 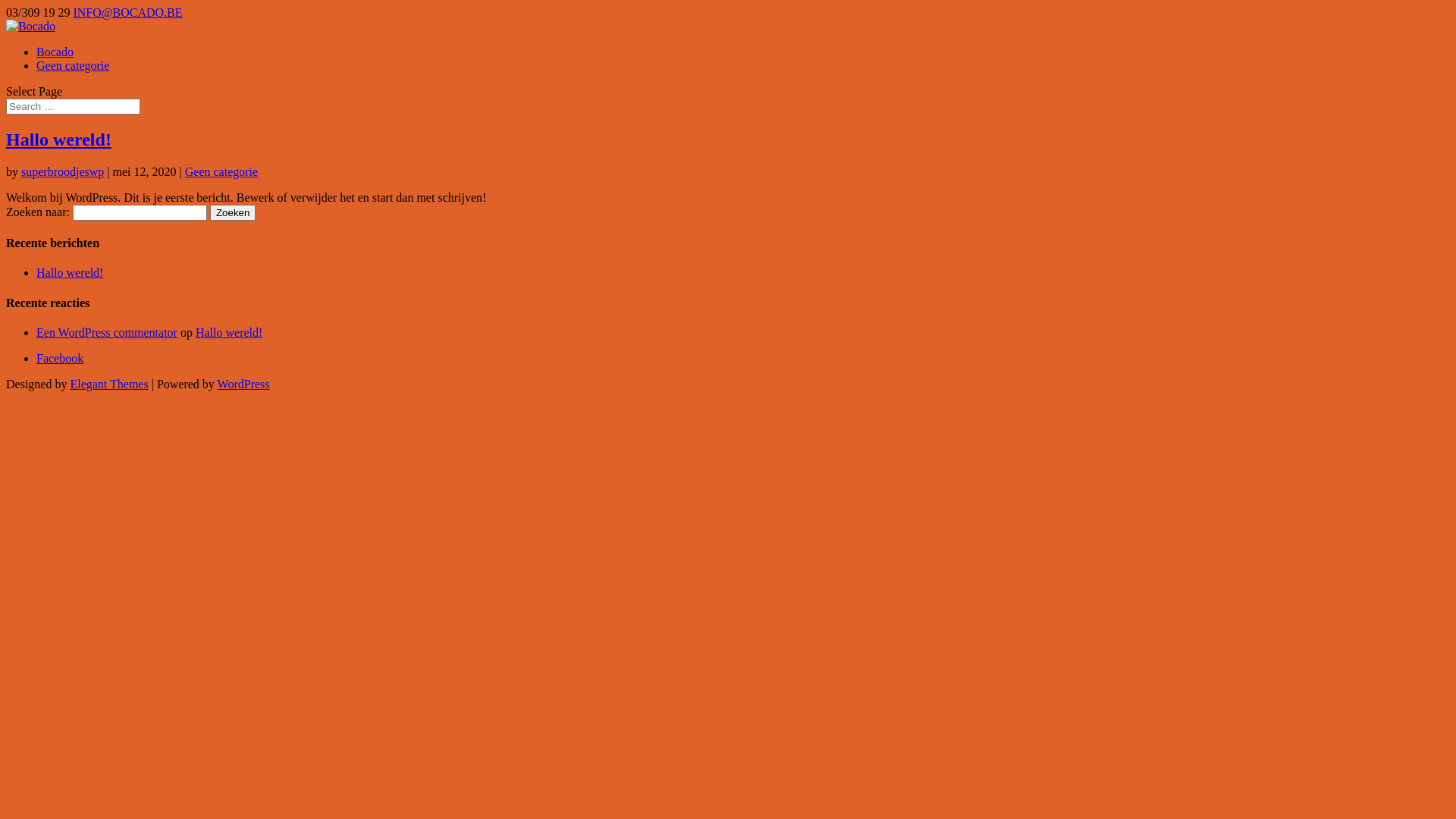 I want to click on 'Search for:', so click(x=72, y=105).